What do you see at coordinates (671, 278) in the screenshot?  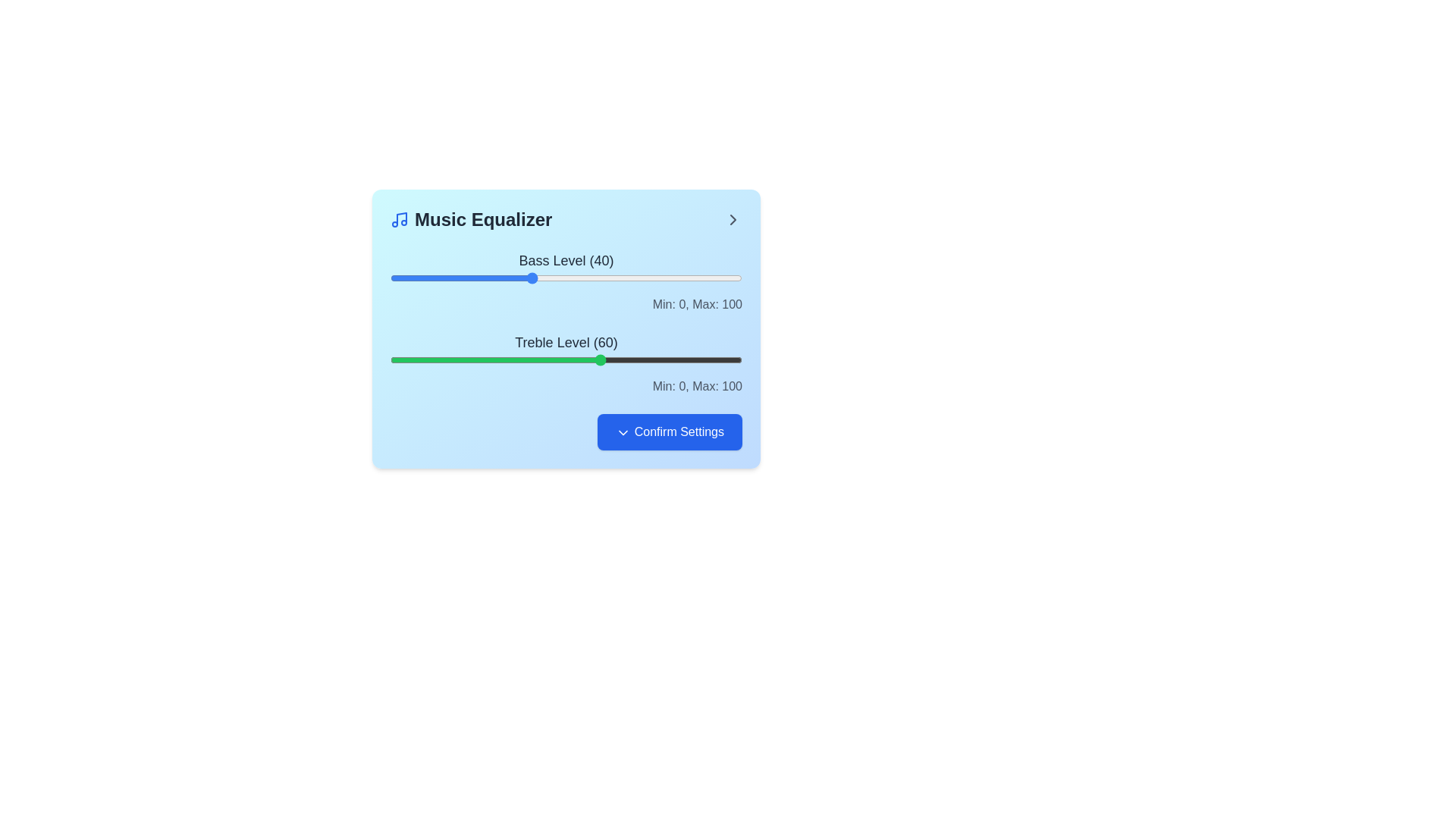 I see `the Bass Level slider` at bounding box center [671, 278].